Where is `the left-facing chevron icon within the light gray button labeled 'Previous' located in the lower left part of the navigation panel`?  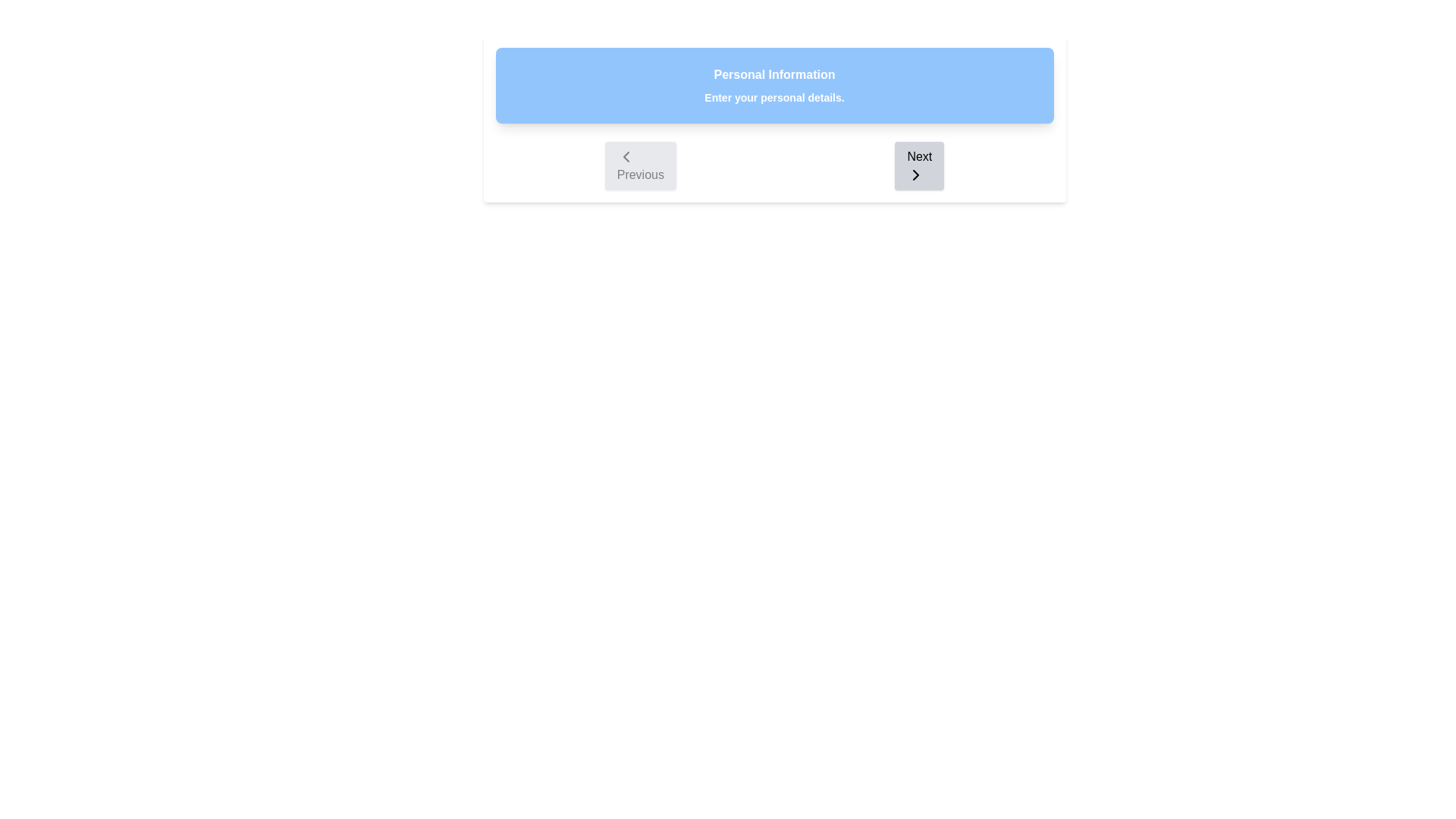 the left-facing chevron icon within the light gray button labeled 'Previous' located in the lower left part of the navigation panel is located at coordinates (626, 157).